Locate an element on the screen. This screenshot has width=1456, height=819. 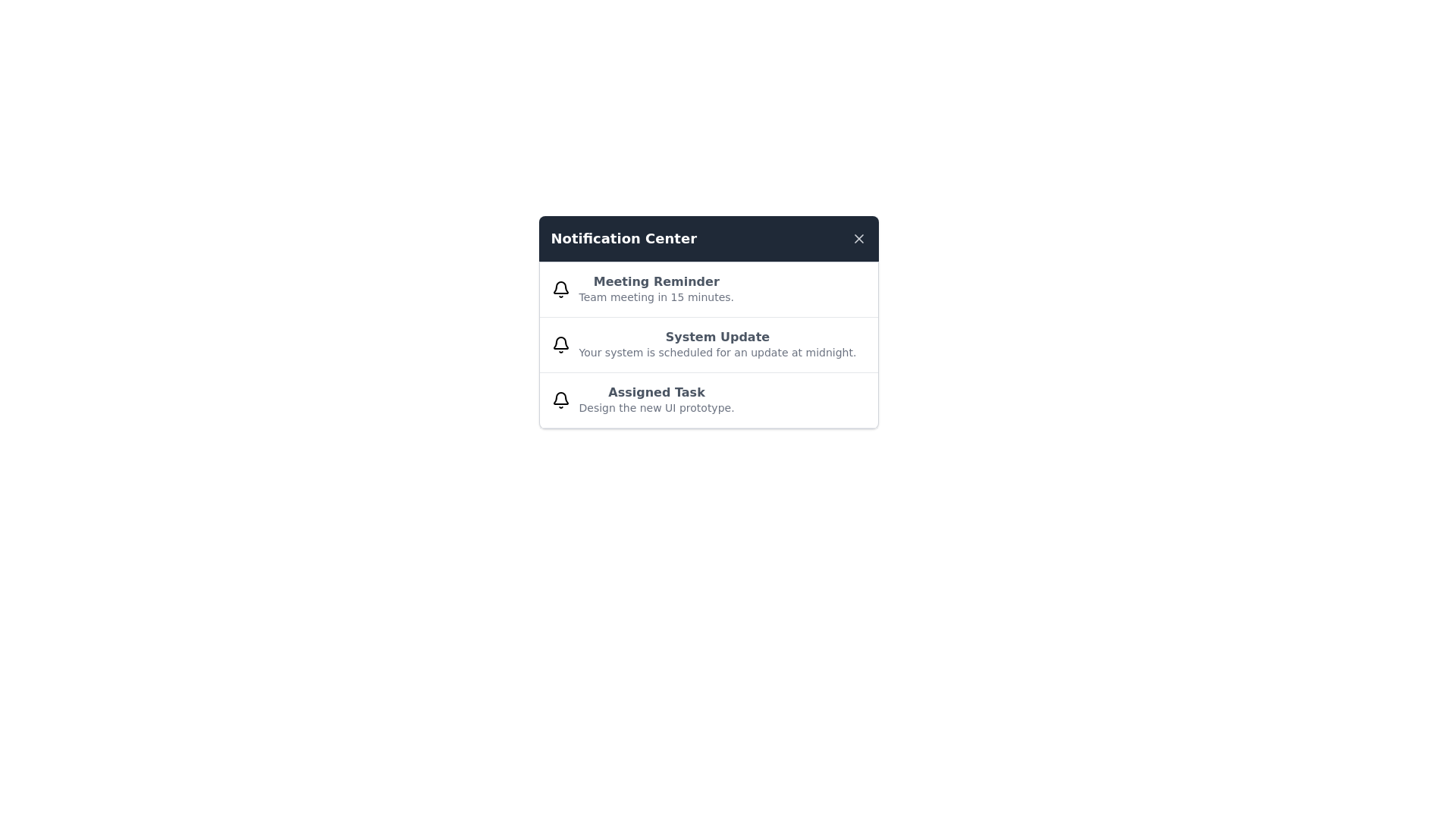
the system update notification icon located at the leftmost part of the 'System Update' notification item in the notification panel is located at coordinates (560, 345).